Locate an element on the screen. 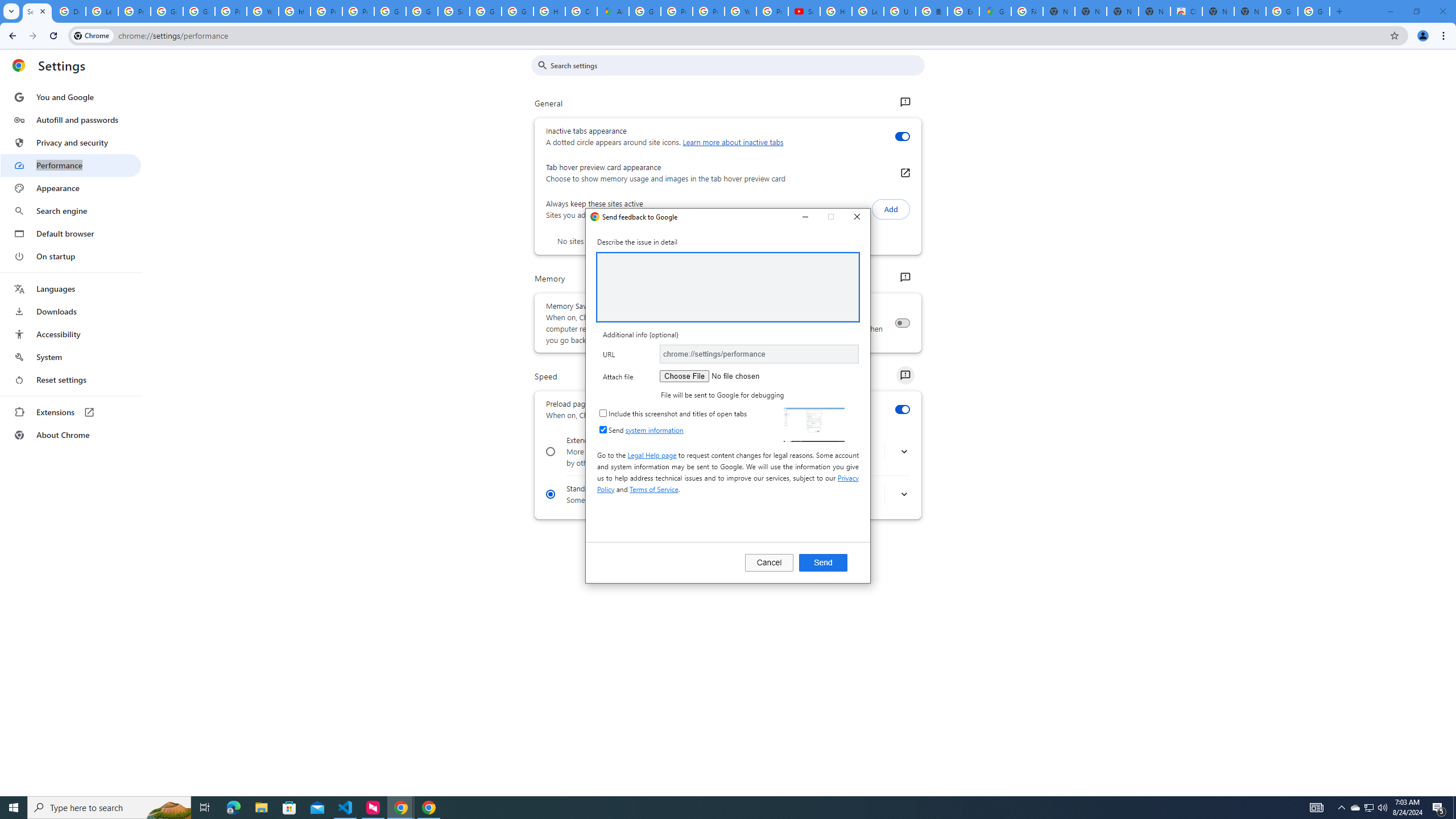  'Google Maps' is located at coordinates (994, 11).